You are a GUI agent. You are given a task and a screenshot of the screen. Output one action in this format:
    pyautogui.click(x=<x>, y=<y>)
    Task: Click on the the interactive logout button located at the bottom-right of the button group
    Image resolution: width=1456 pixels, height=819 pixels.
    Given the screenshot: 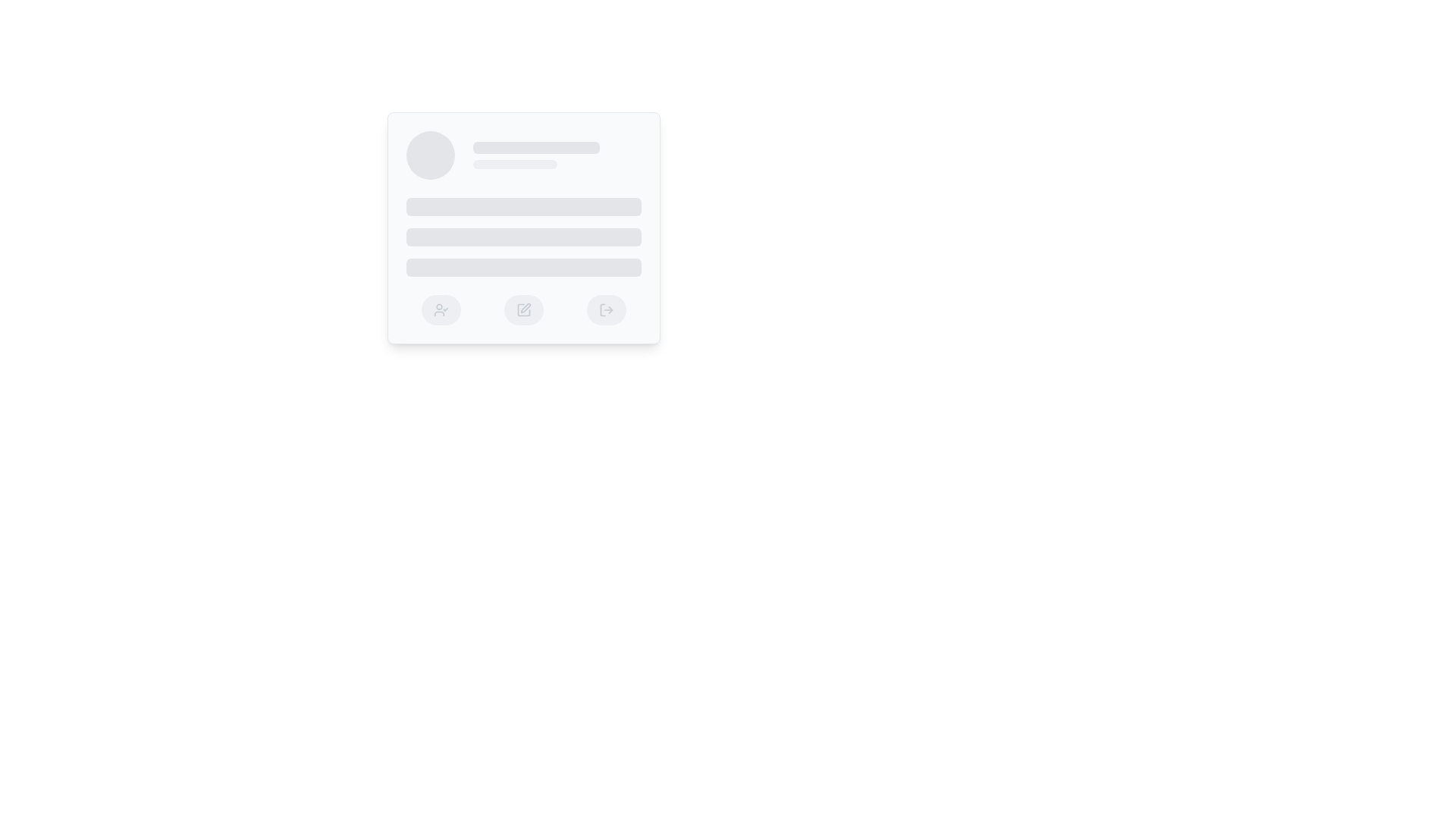 What is the action you would take?
    pyautogui.click(x=605, y=309)
    